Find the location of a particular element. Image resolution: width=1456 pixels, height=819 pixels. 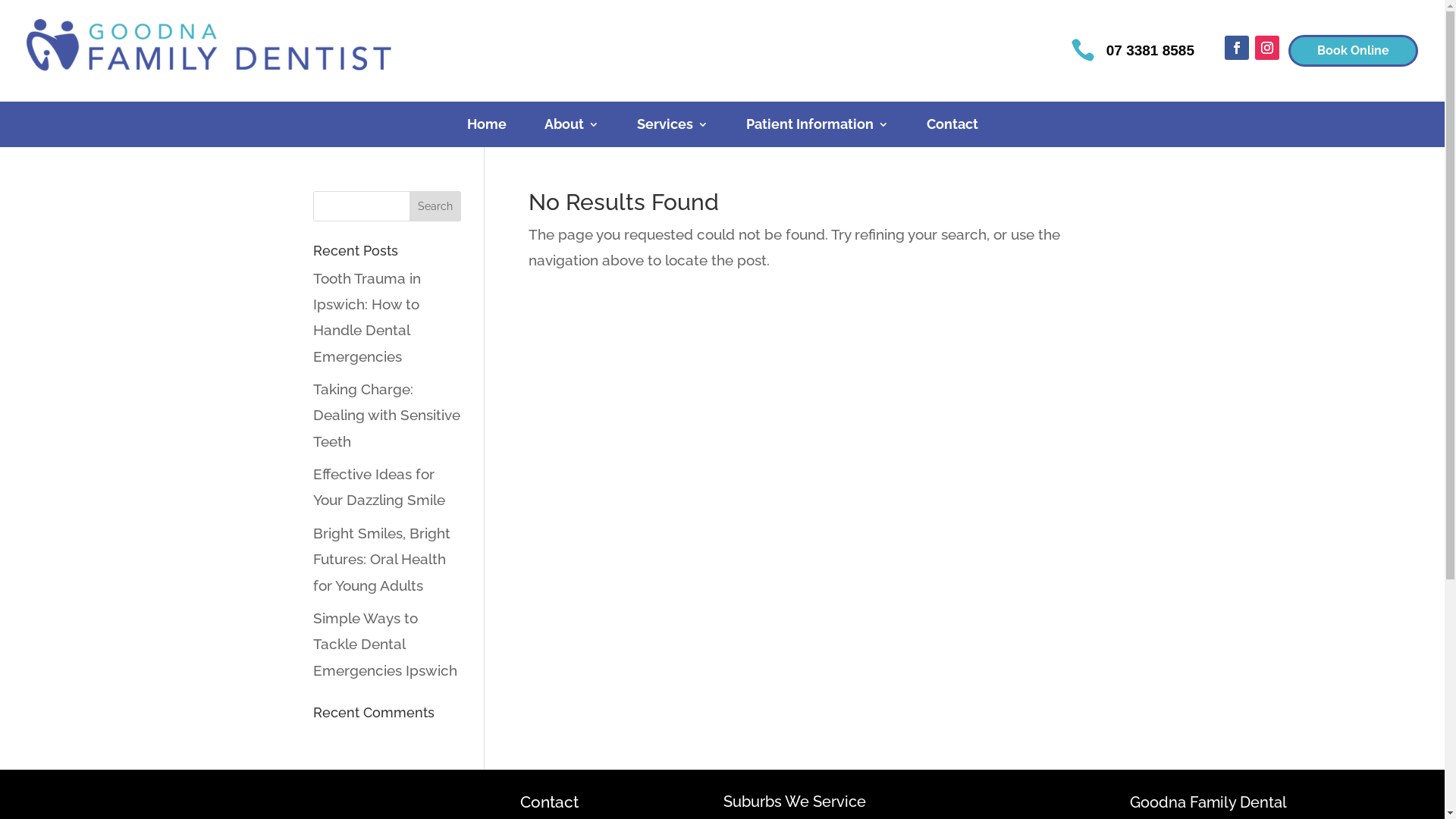

'Patient Information' is located at coordinates (745, 127).